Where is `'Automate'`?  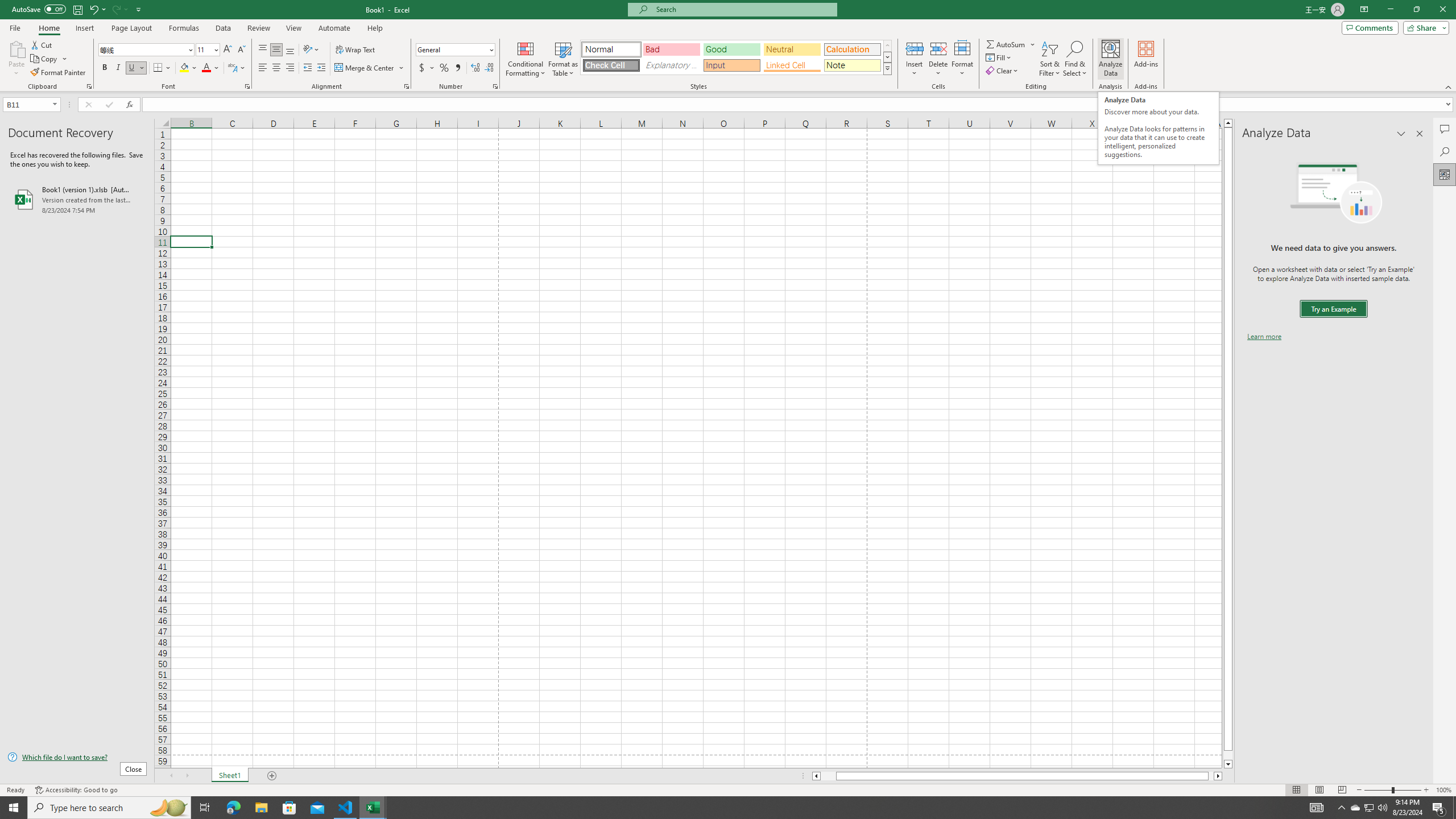 'Automate' is located at coordinates (334, 28).